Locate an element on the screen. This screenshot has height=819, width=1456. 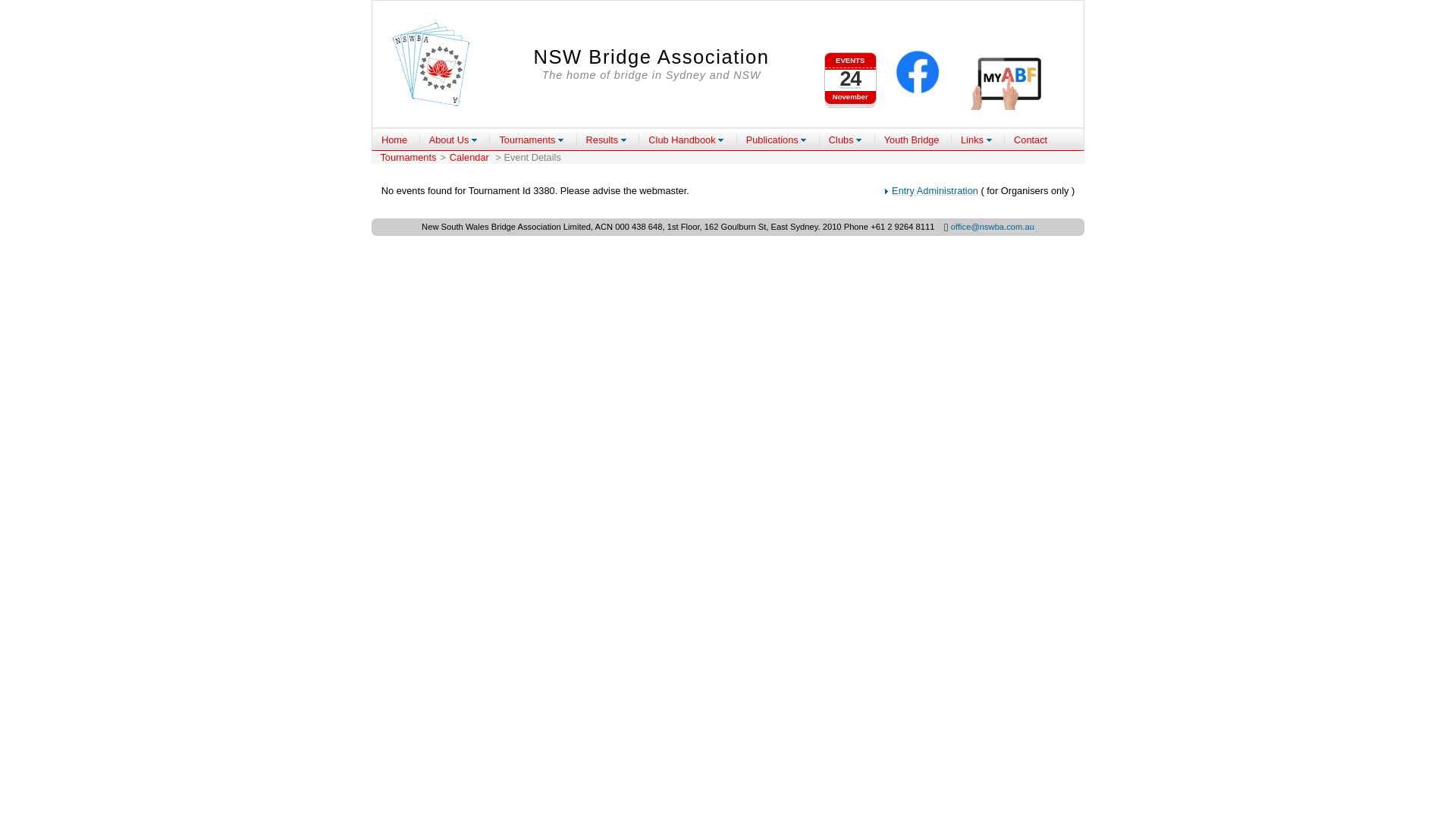
'Tournaments' is located at coordinates (531, 140).